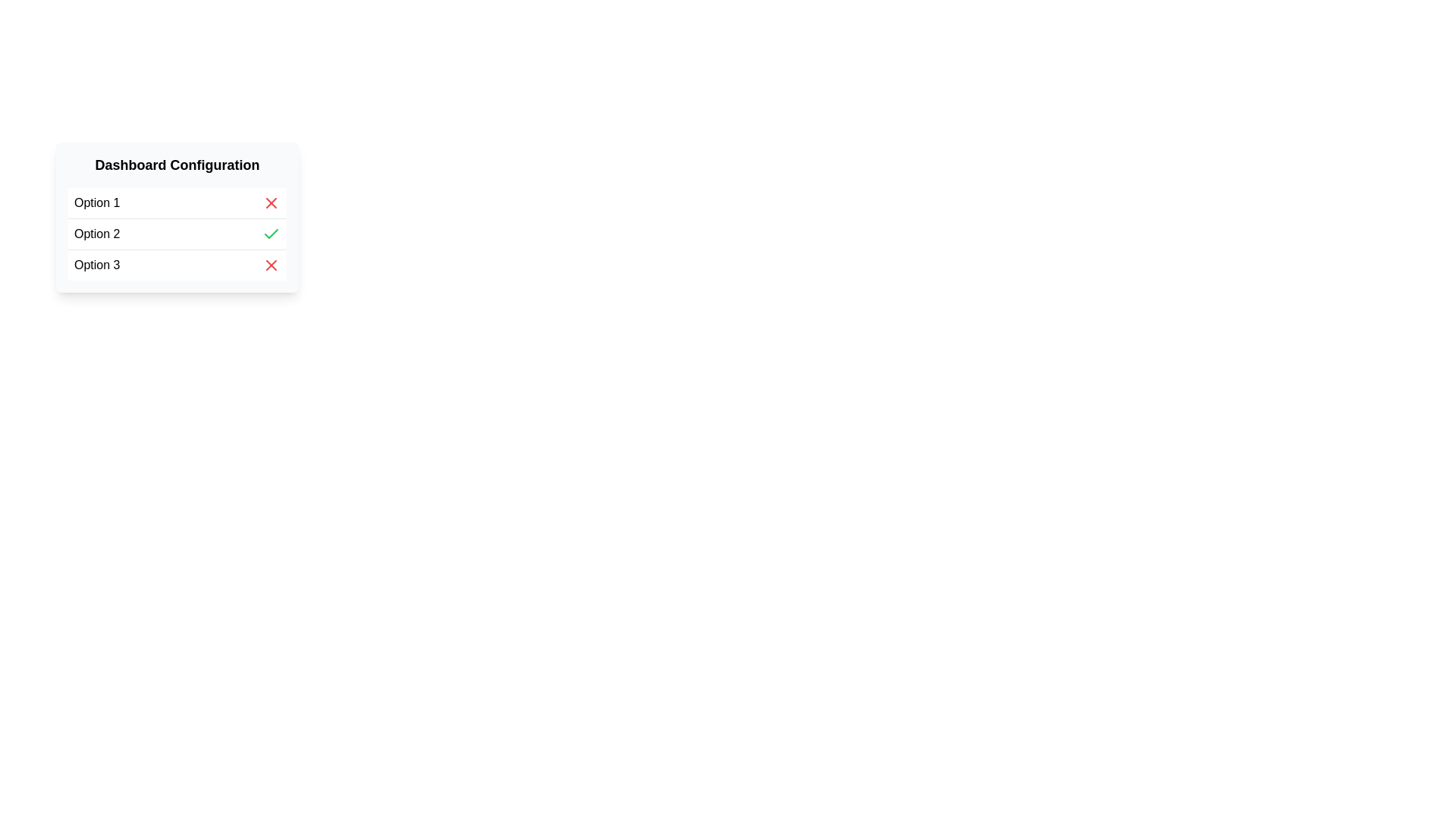 This screenshot has width=1456, height=819. What do you see at coordinates (271, 265) in the screenshot?
I see `the small red 'X' icon located to the right of the text 'Option 3'` at bounding box center [271, 265].